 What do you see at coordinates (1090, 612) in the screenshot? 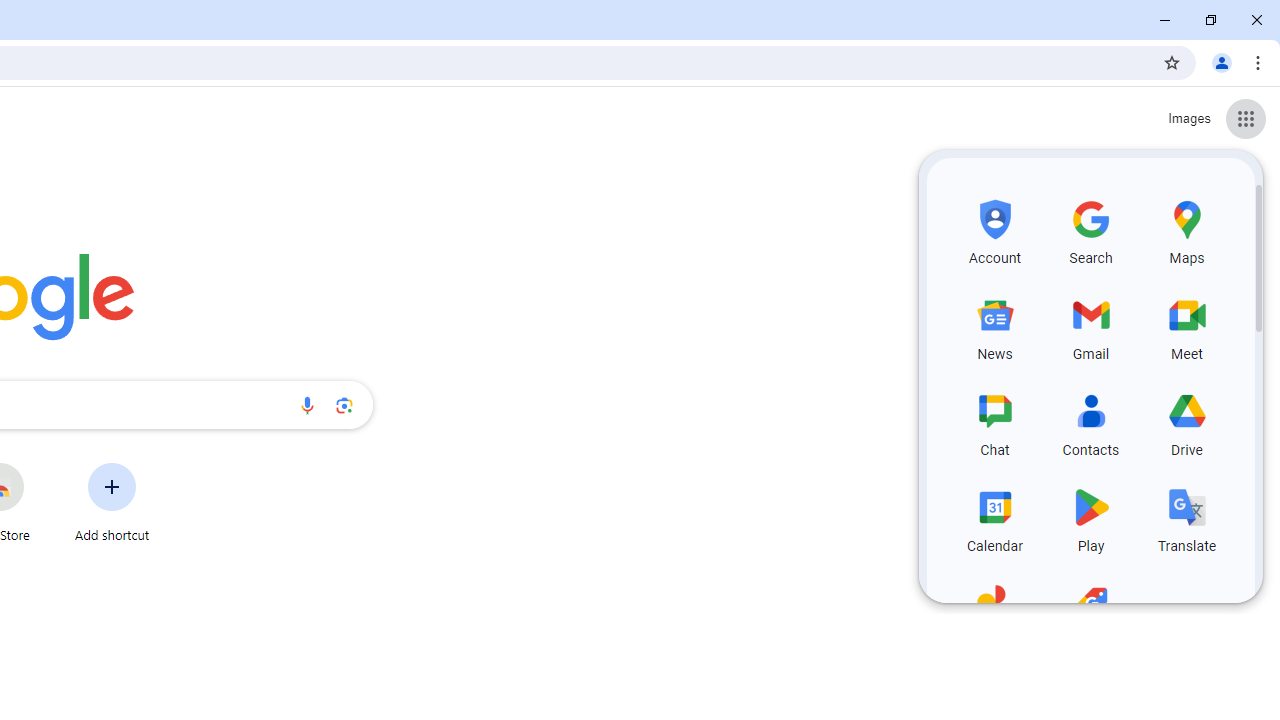
I see `'Shopping, row 5 of 5 and column 2 of 3 in the first section'` at bounding box center [1090, 612].